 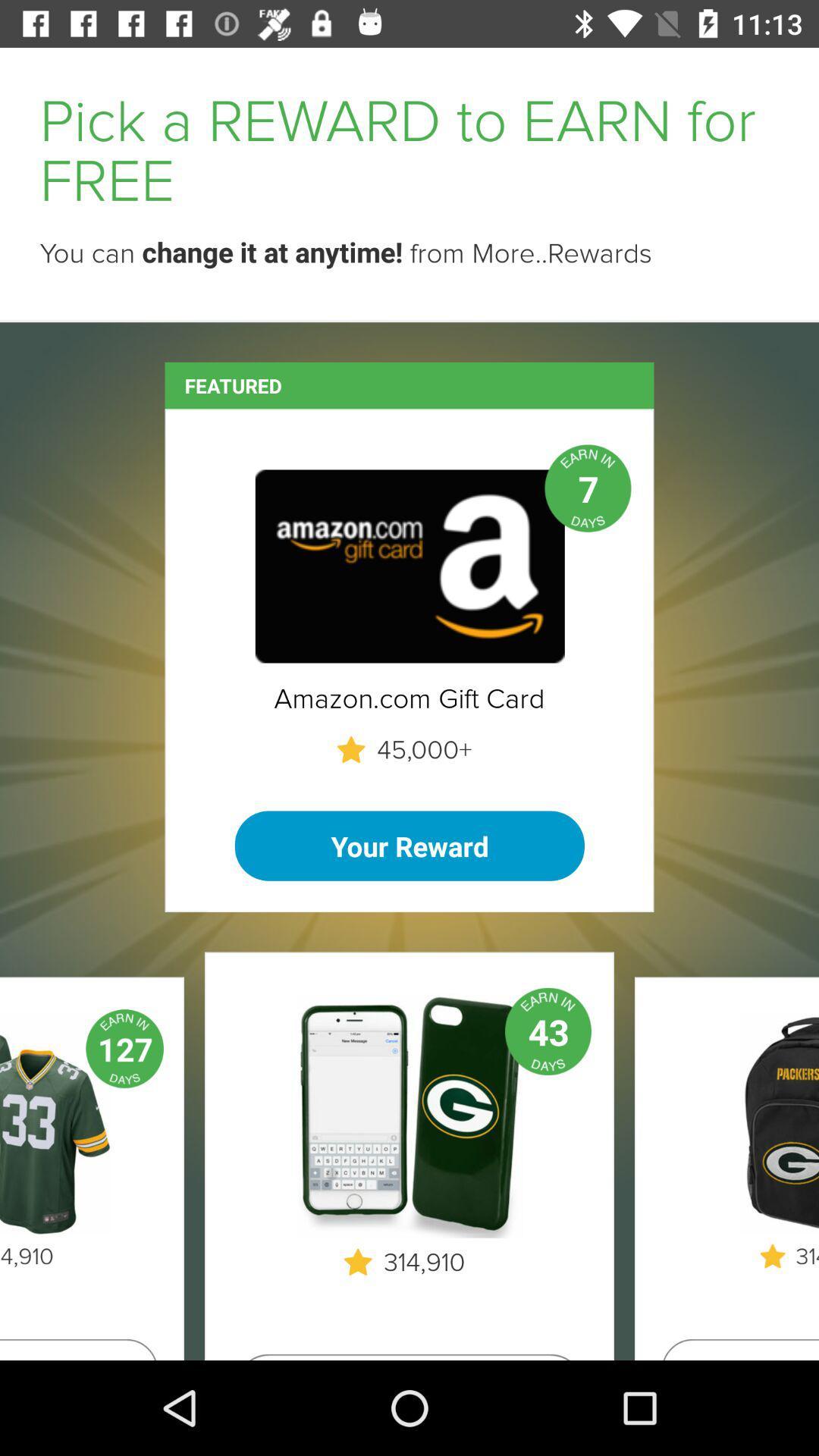 What do you see at coordinates (587, 488) in the screenshot?
I see `the earn in 7 days icon` at bounding box center [587, 488].